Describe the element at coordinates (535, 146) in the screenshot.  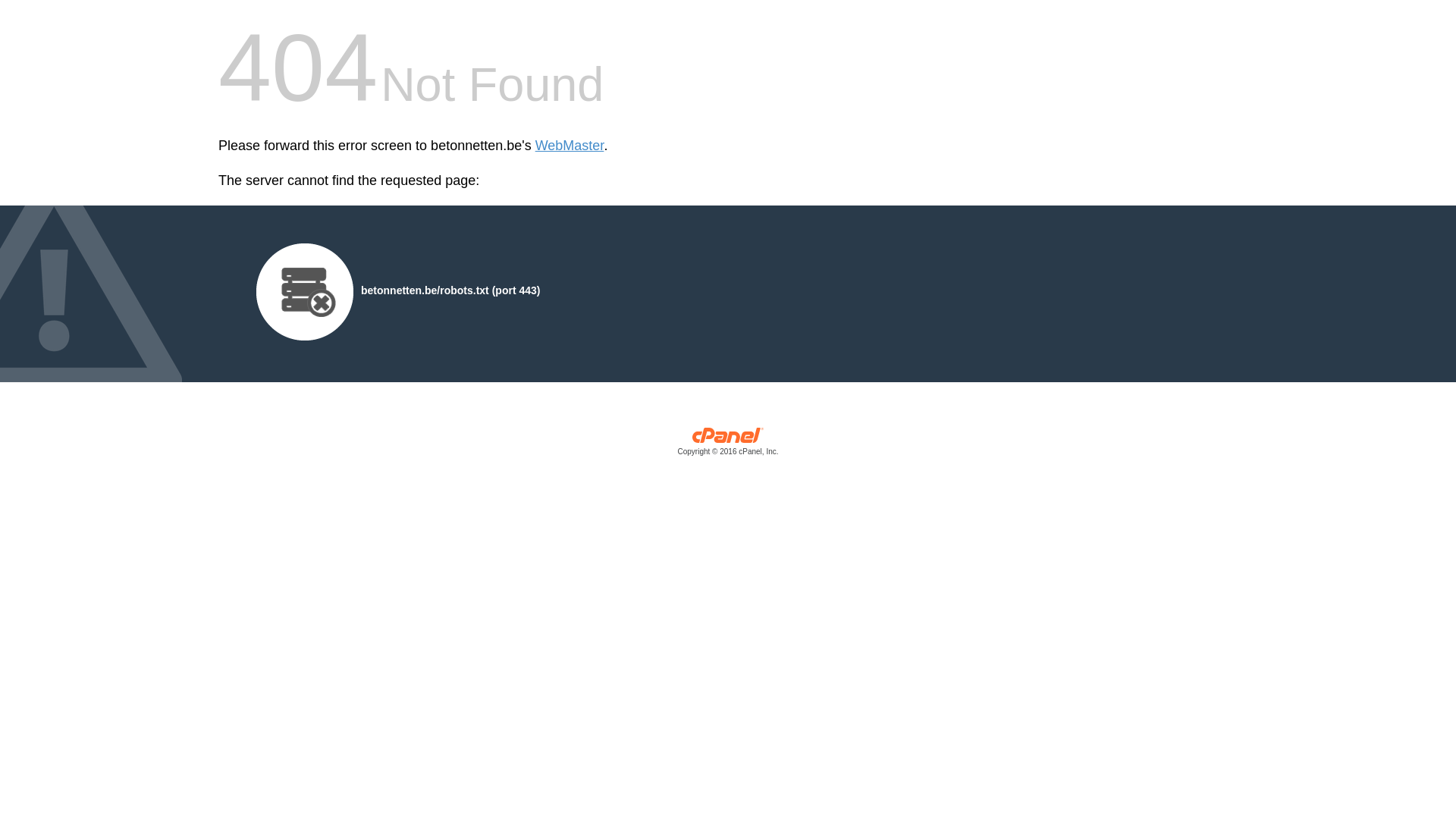
I see `'WebMaster'` at that location.